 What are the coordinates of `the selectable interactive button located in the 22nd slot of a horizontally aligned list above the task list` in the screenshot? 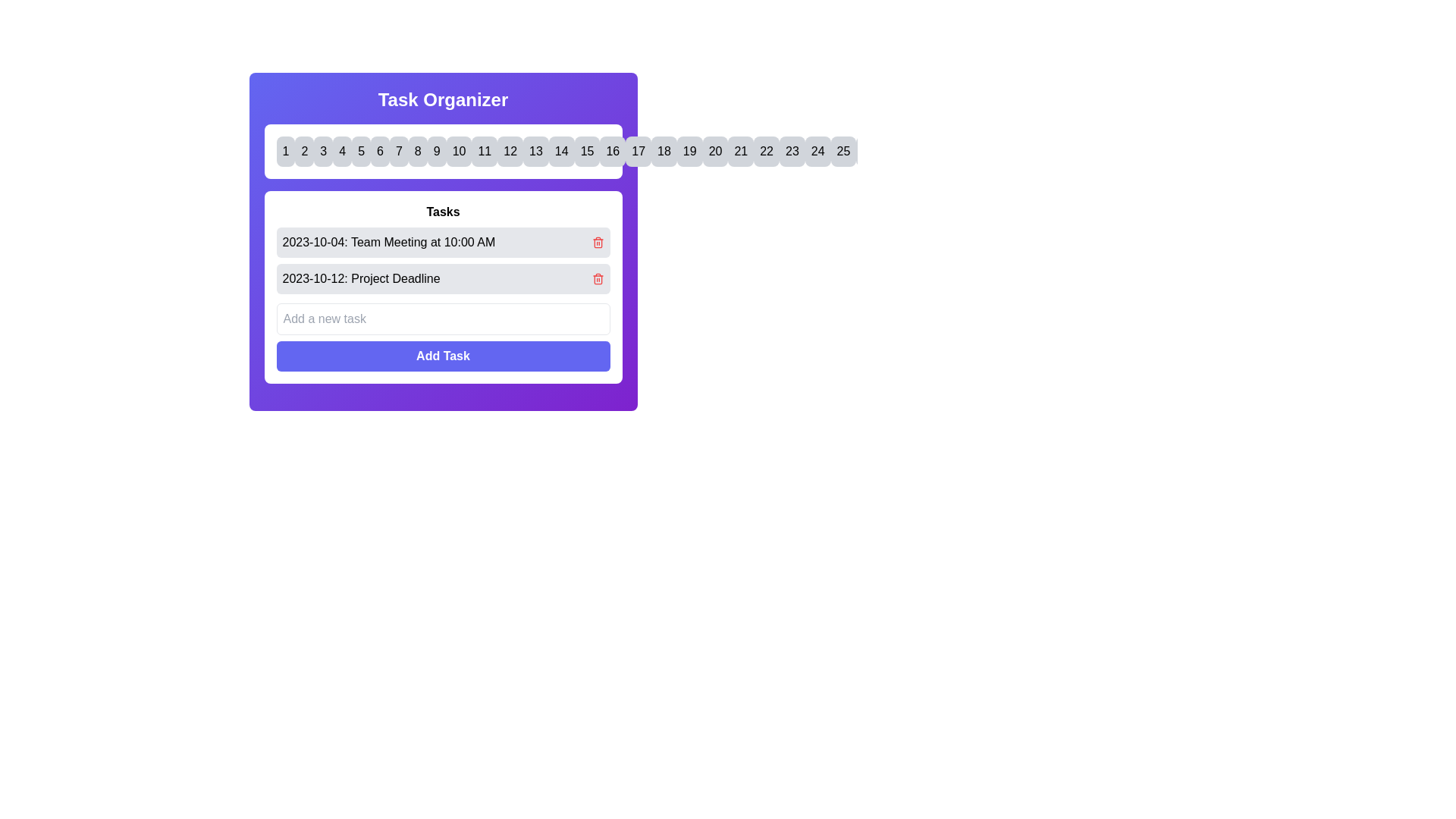 It's located at (767, 152).